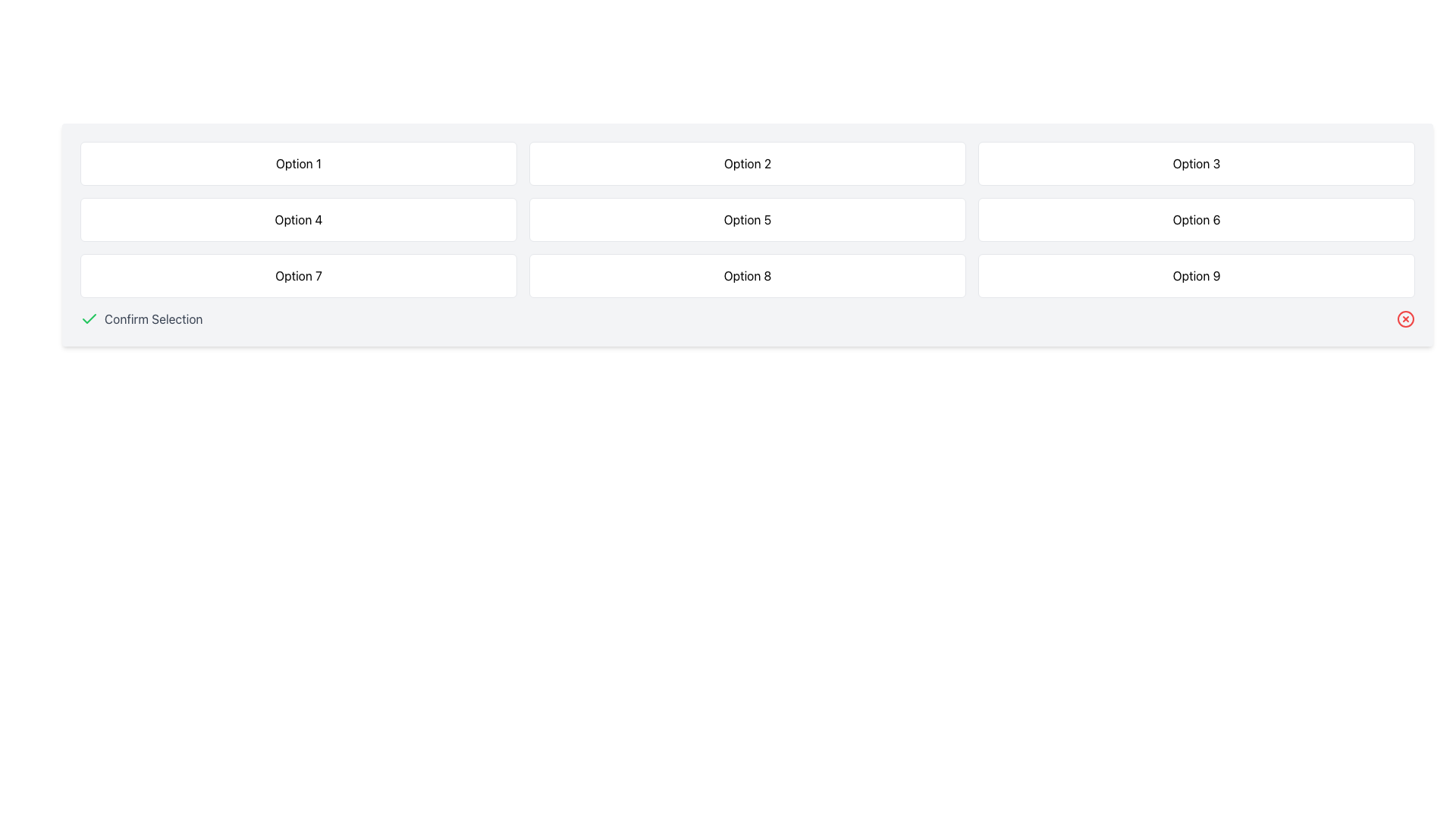  Describe the element at coordinates (298, 164) in the screenshot. I see `the 'Option 1' button, which is a rectangular button with a white background and black text, located in the first column of the first row of a grid layout` at that location.